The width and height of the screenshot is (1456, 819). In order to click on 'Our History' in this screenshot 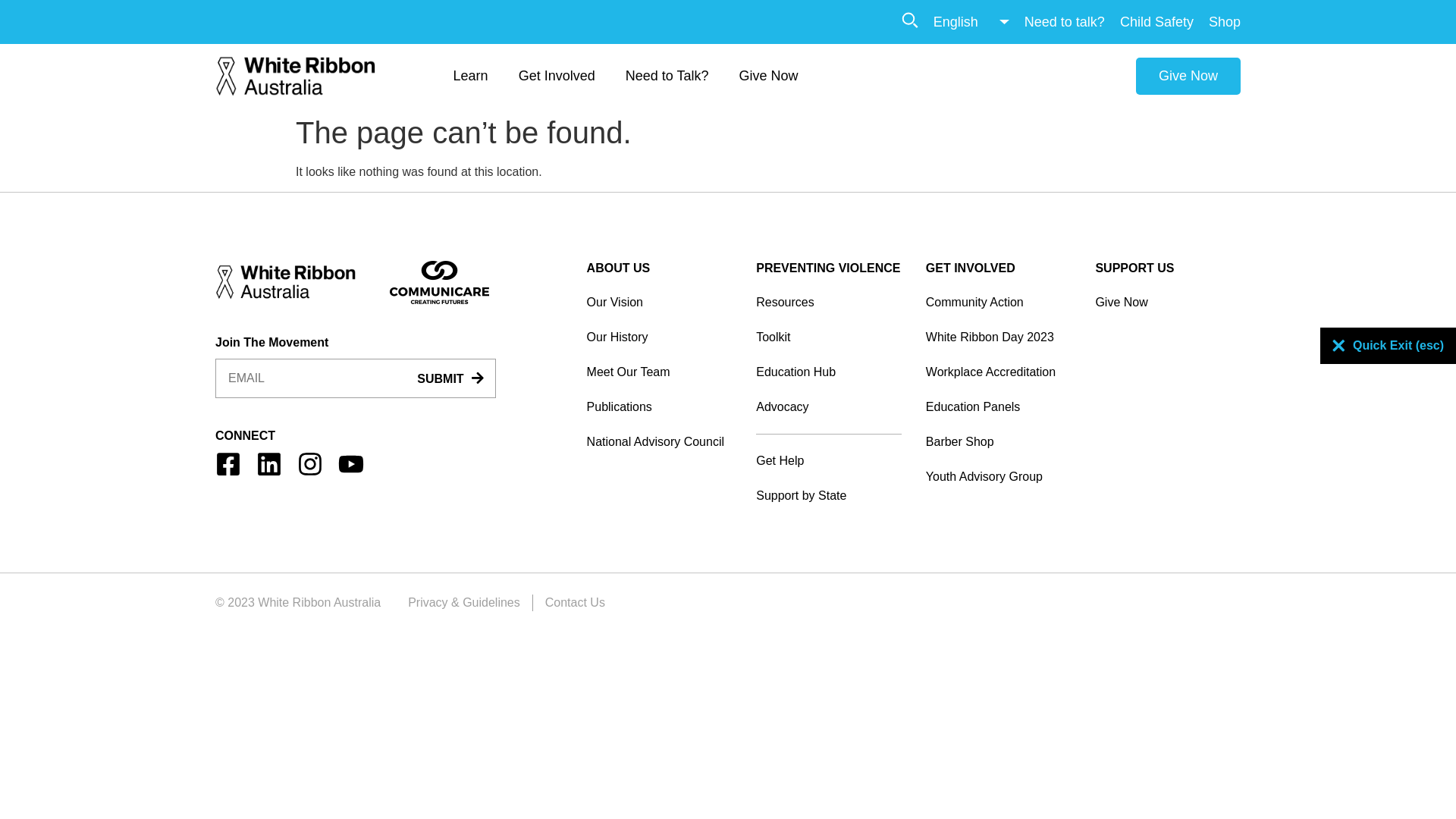, I will do `click(659, 336)`.